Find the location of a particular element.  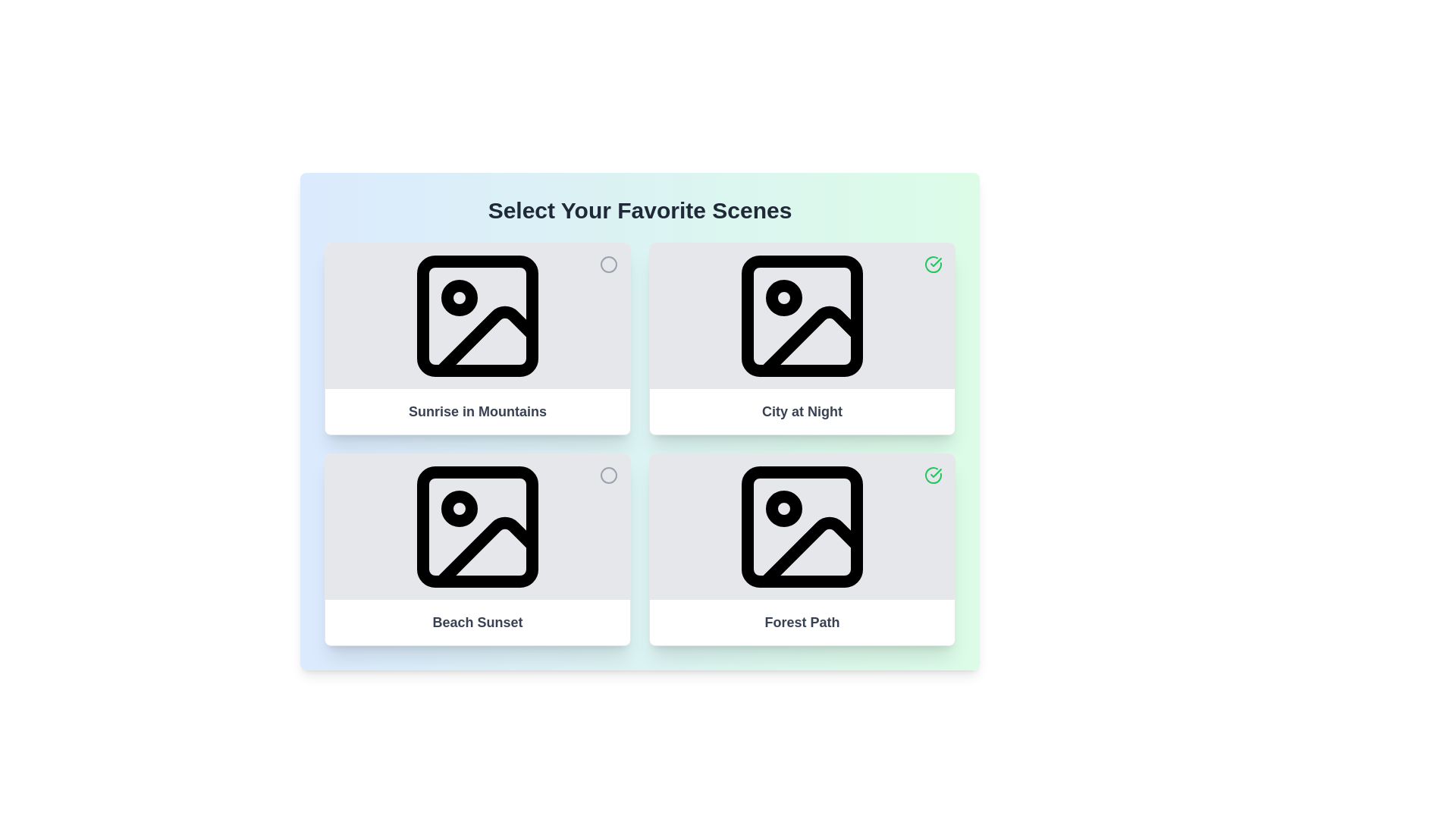

the image of the media item titled 'Forest Path' by interacting with its corresponding image element is located at coordinates (801, 526).